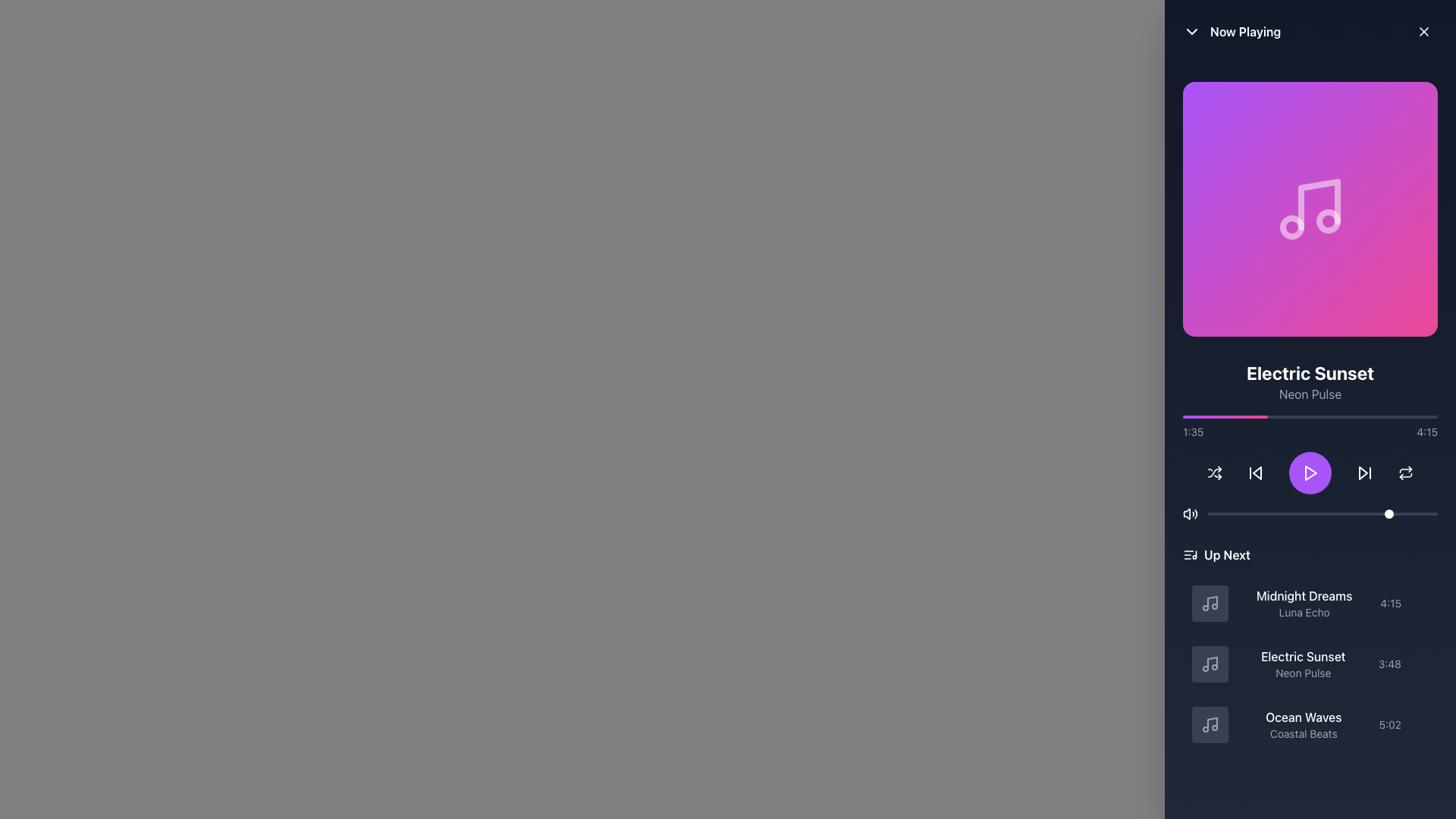 Image resolution: width=1456 pixels, height=819 pixels. Describe the element at coordinates (1363, 472) in the screenshot. I see `the forward-skip button icon in the media player` at that location.